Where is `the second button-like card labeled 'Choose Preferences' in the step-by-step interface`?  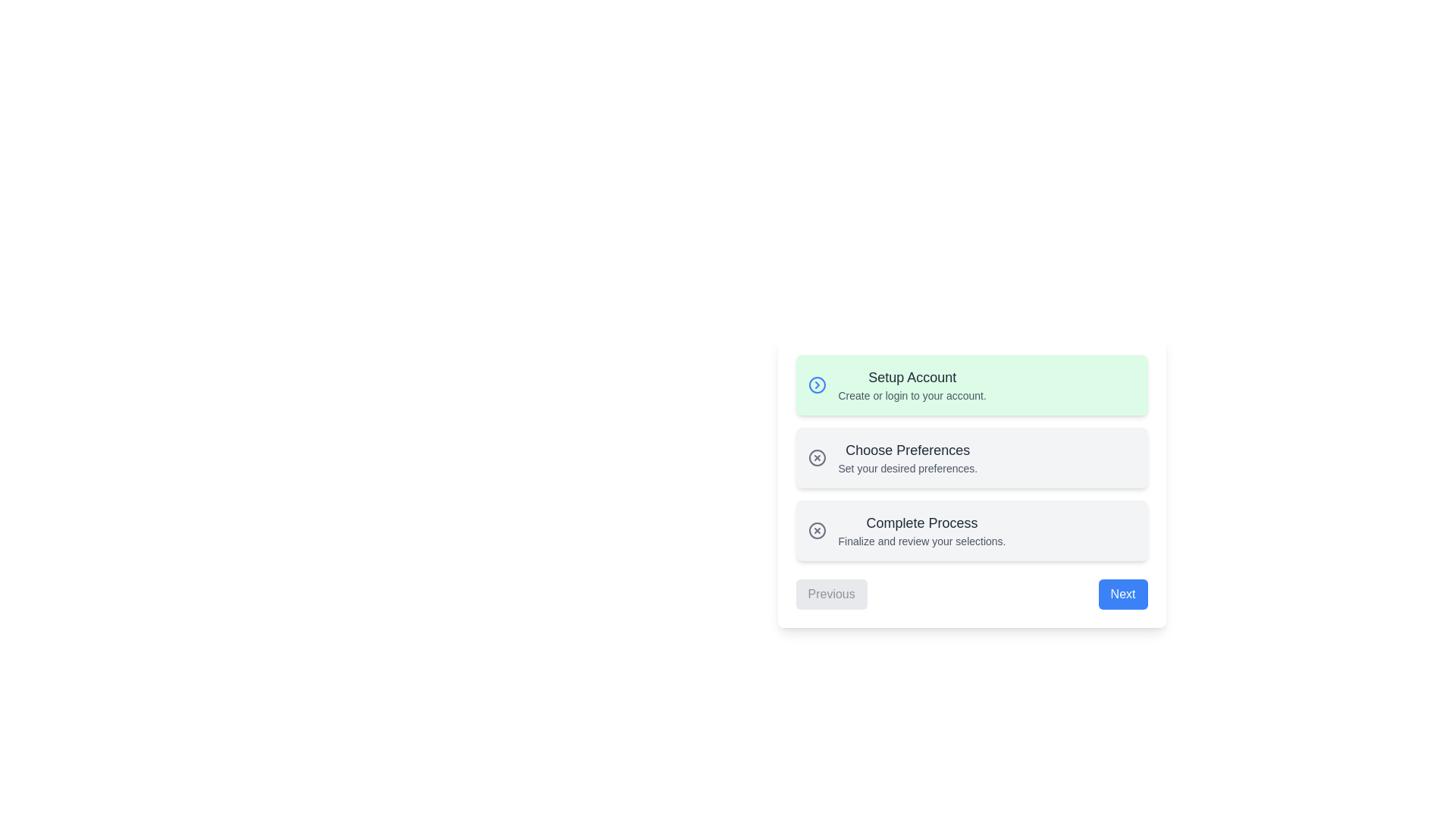
the second button-like card labeled 'Choose Preferences' in the step-by-step interface is located at coordinates (971, 457).